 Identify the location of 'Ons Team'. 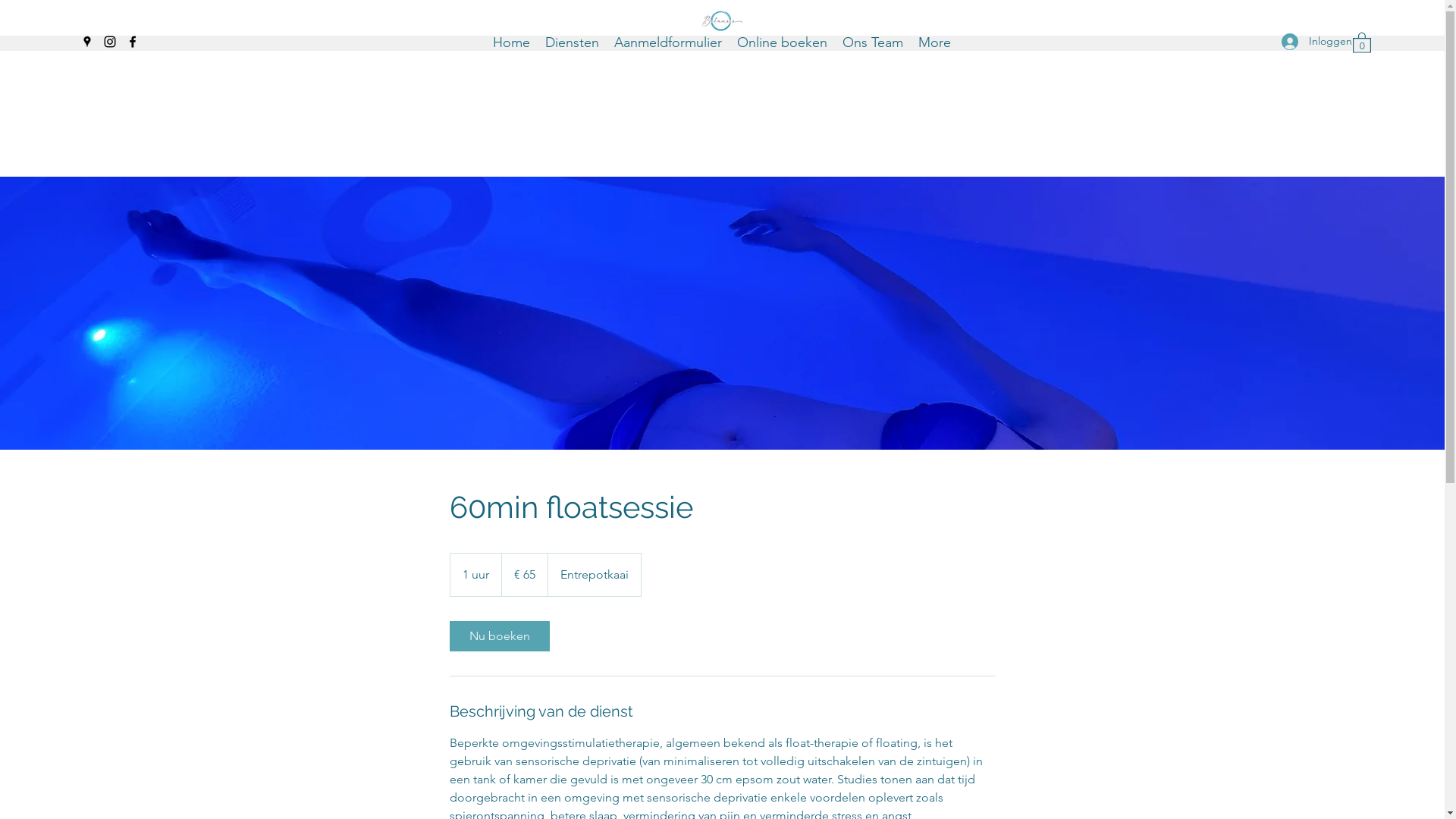
(873, 40).